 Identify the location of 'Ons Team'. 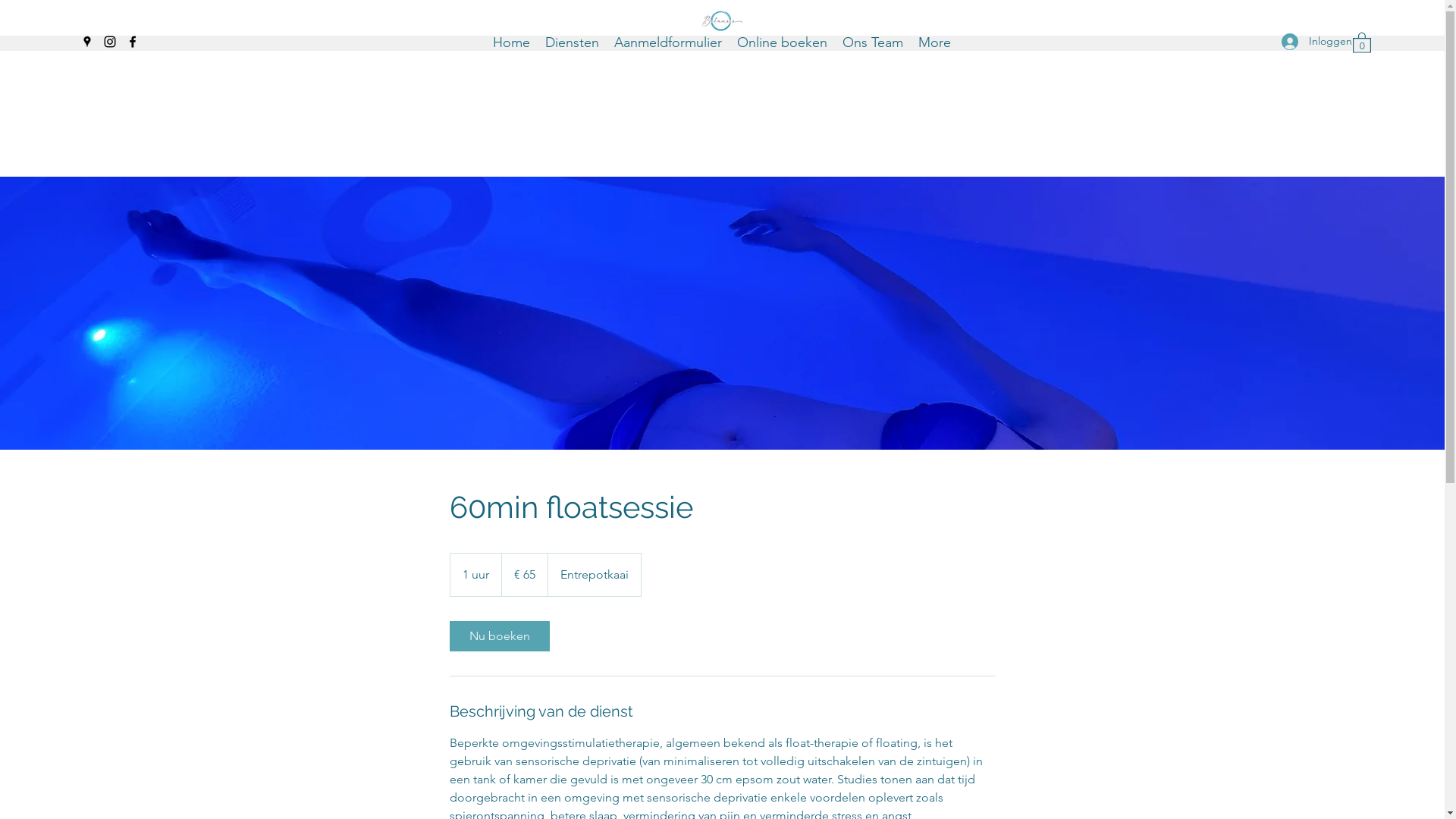
(873, 40).